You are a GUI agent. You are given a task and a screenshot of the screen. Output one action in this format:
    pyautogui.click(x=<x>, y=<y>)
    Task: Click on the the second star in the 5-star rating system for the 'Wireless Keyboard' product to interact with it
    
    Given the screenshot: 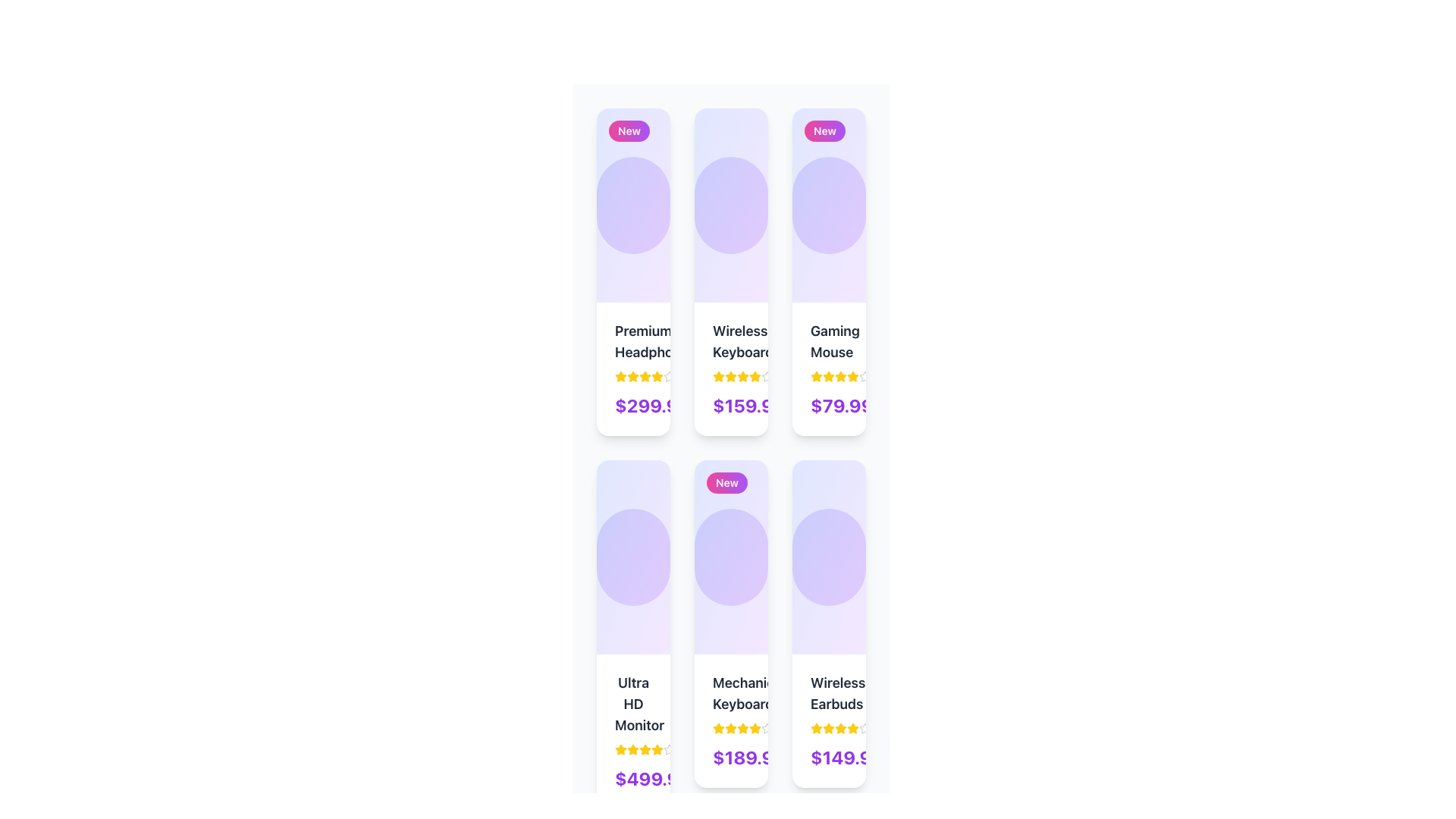 What is the action you would take?
    pyautogui.click(x=718, y=375)
    